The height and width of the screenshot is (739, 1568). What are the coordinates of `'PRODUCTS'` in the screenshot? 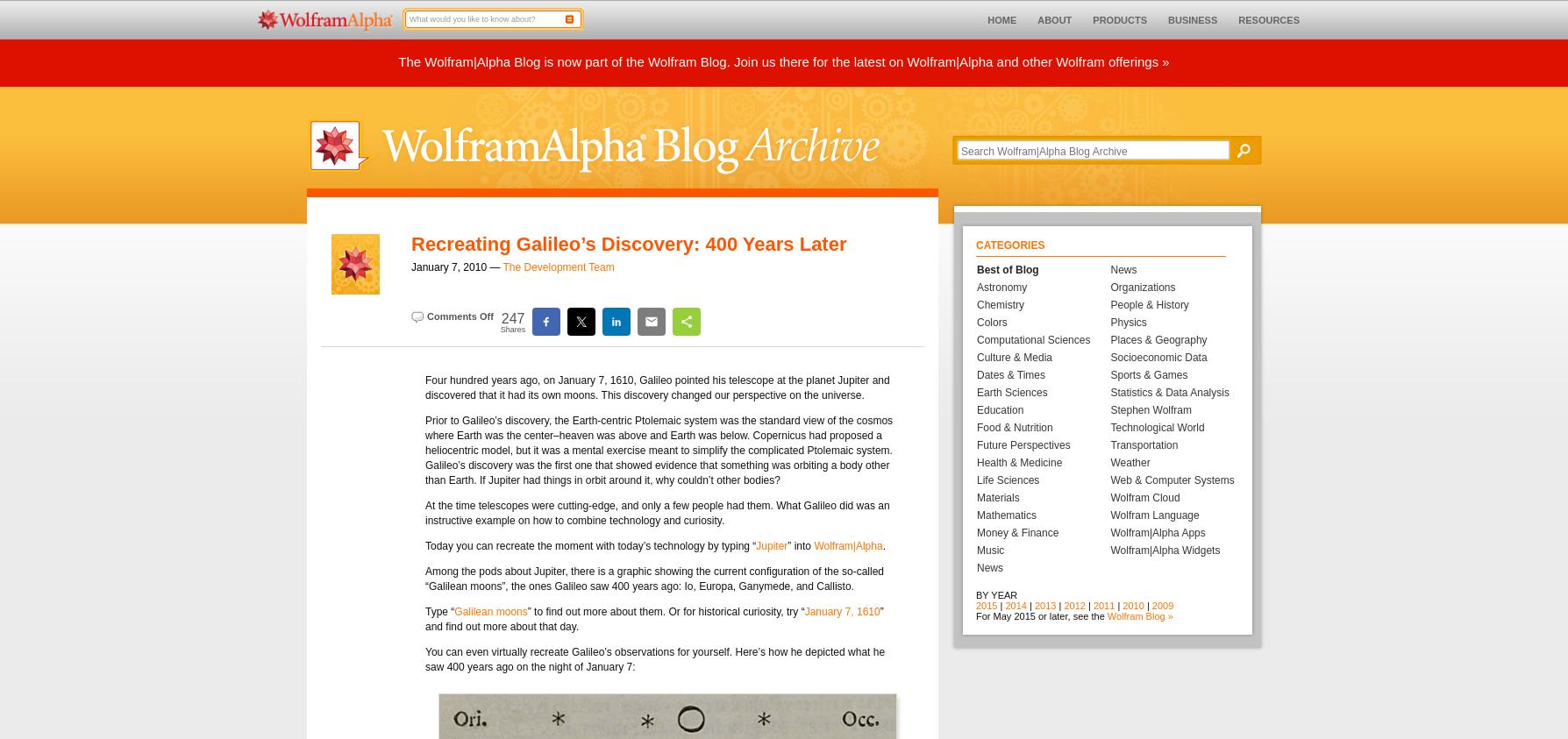 It's located at (1118, 19).